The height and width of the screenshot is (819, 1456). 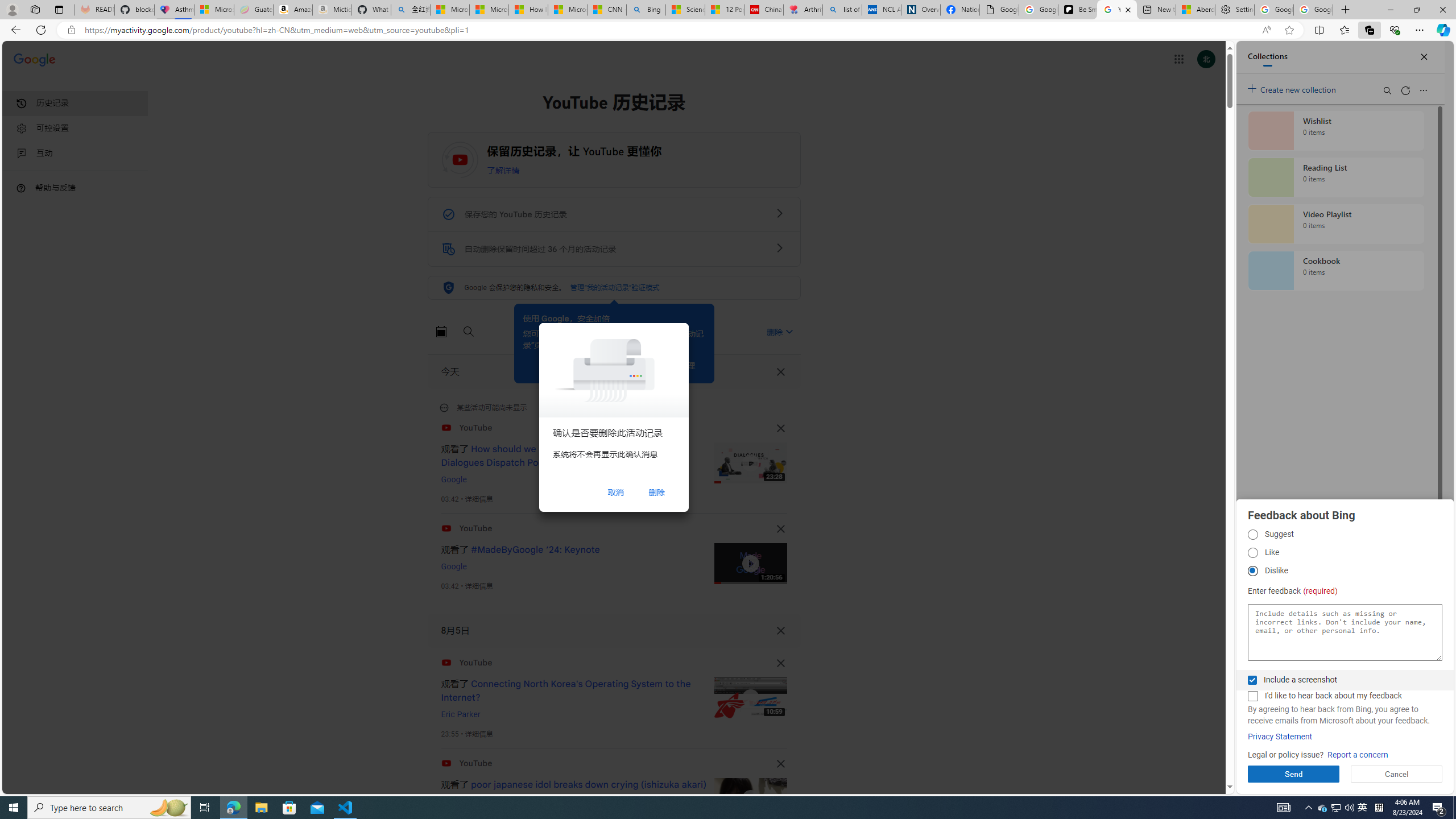 What do you see at coordinates (528, 9) in the screenshot?
I see `'How I Got Rid of Microsoft Edge'` at bounding box center [528, 9].